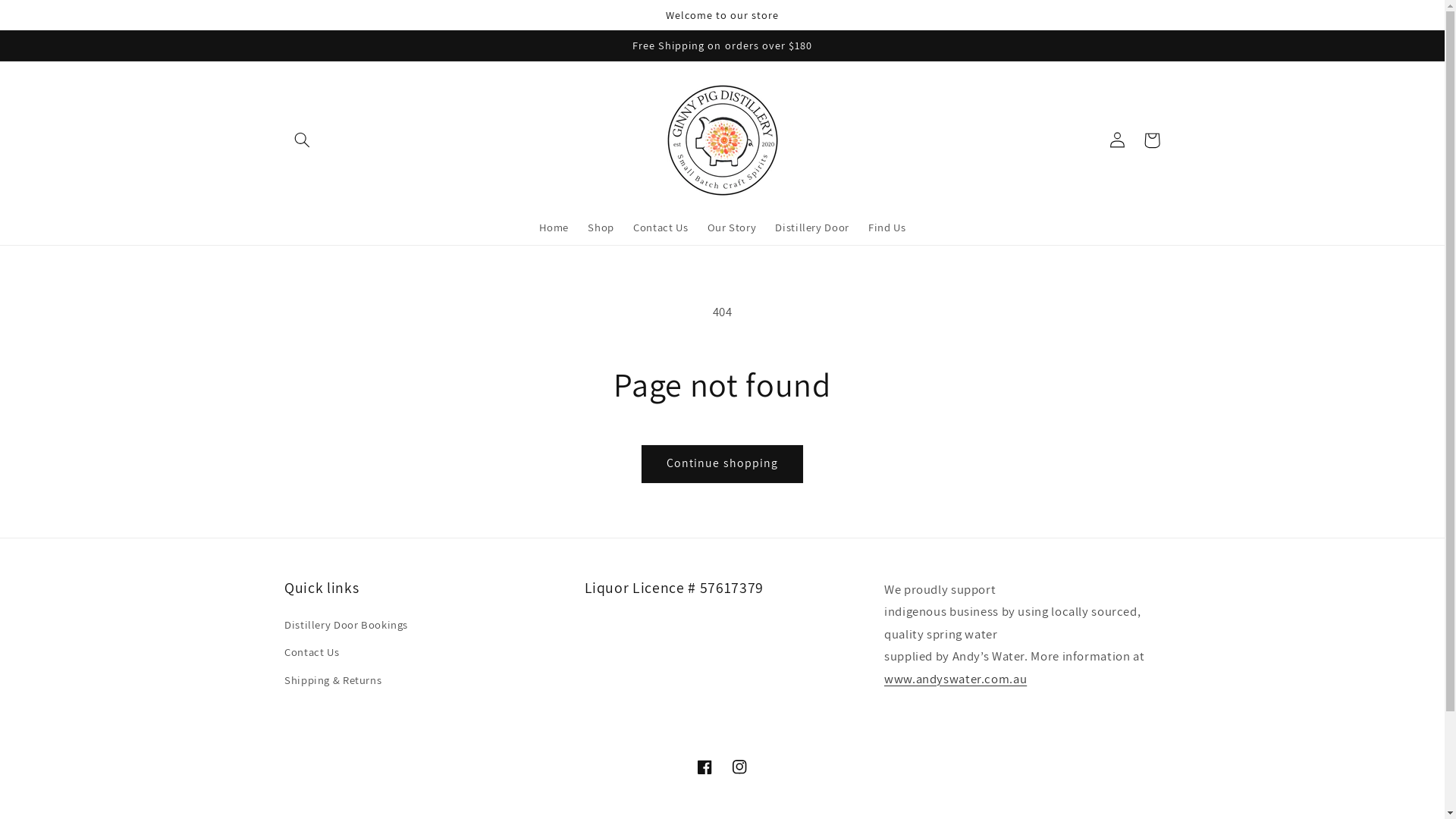 Image resolution: width=1456 pixels, height=819 pixels. I want to click on 'Continue shopping', so click(722, 463).